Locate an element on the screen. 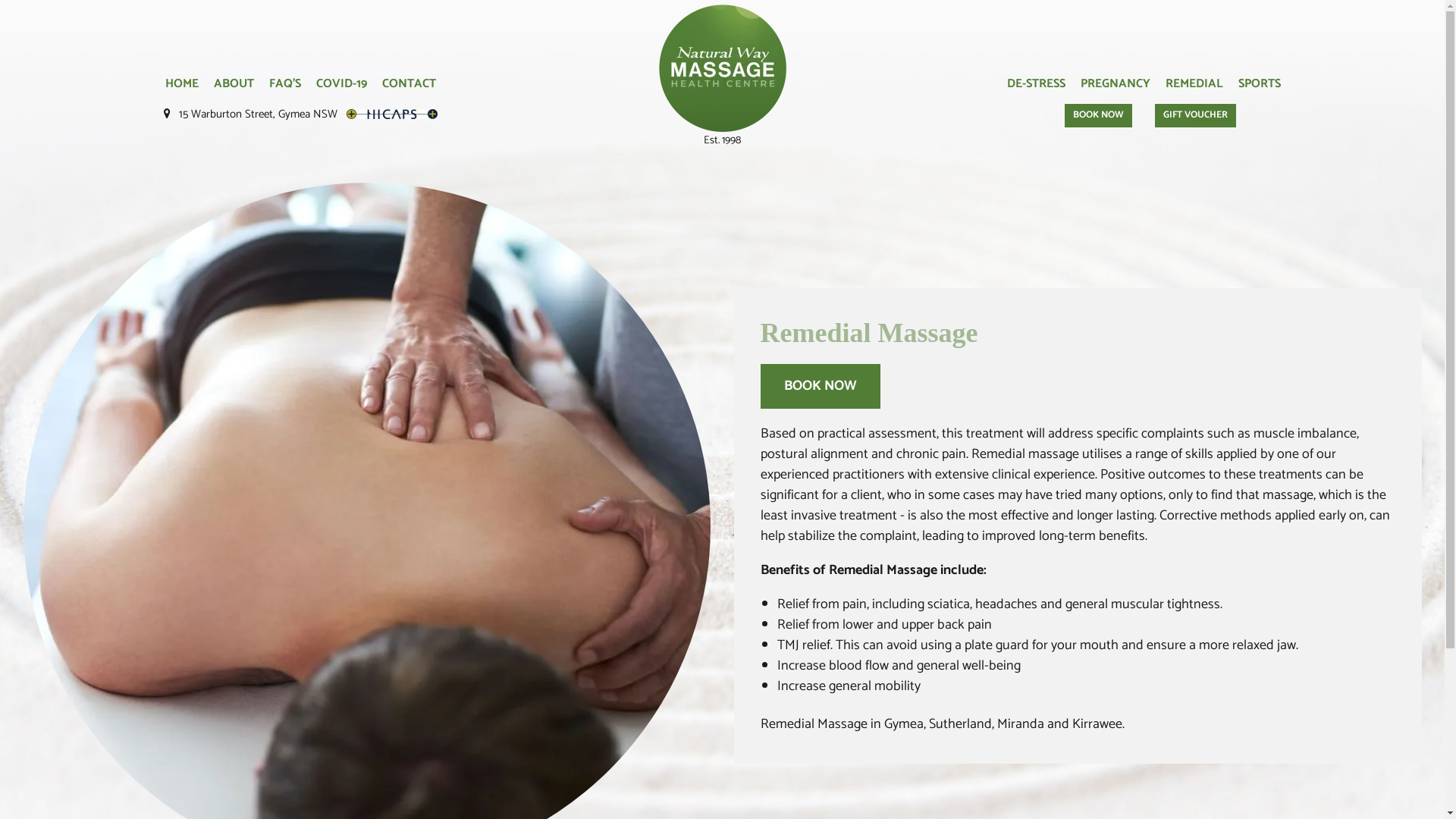 The image size is (1456, 819). 'GIFT VOUCHER' is located at coordinates (1194, 115).